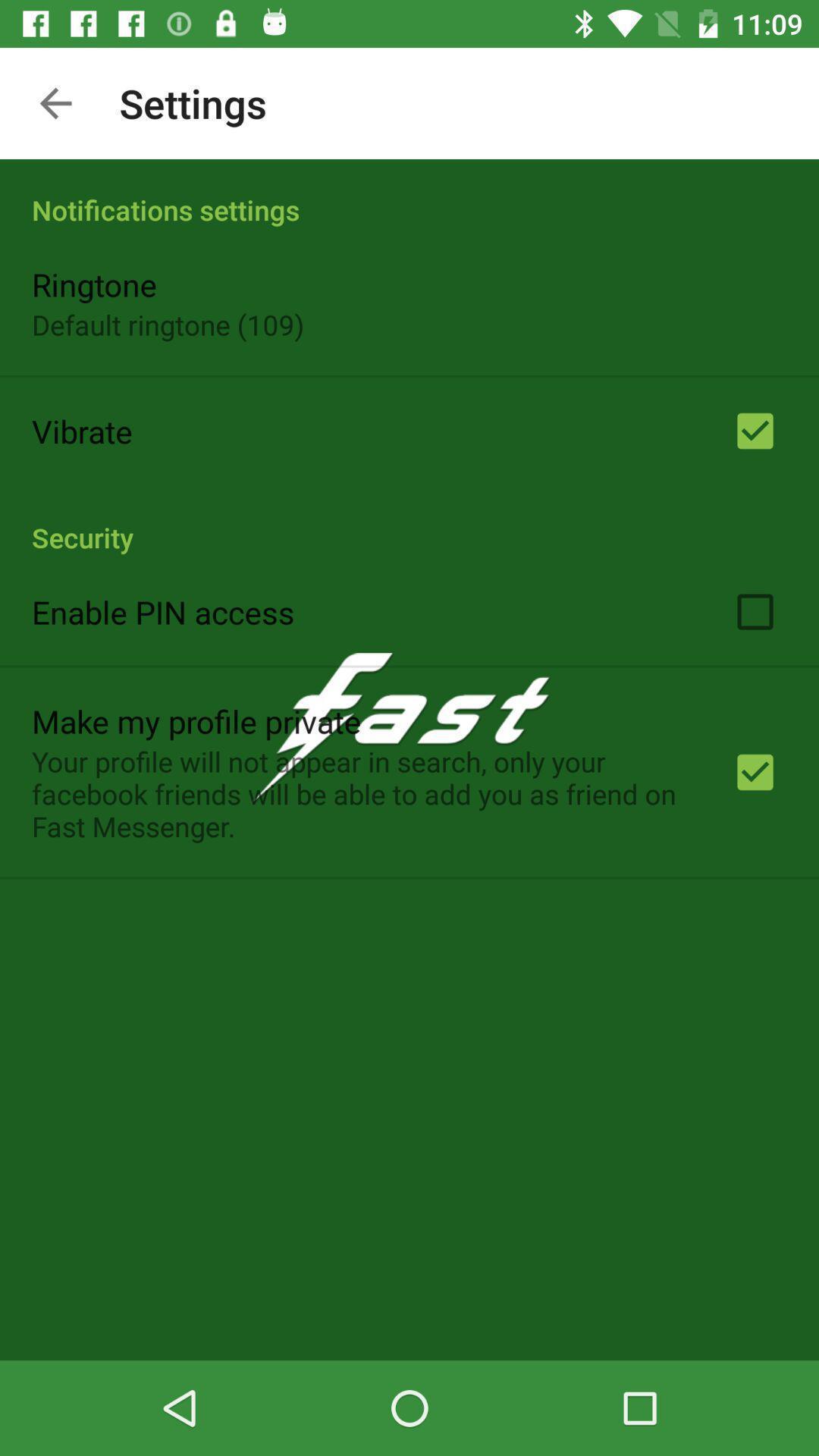 This screenshot has height=1456, width=819. What do you see at coordinates (409, 193) in the screenshot?
I see `item above the ringtone` at bounding box center [409, 193].